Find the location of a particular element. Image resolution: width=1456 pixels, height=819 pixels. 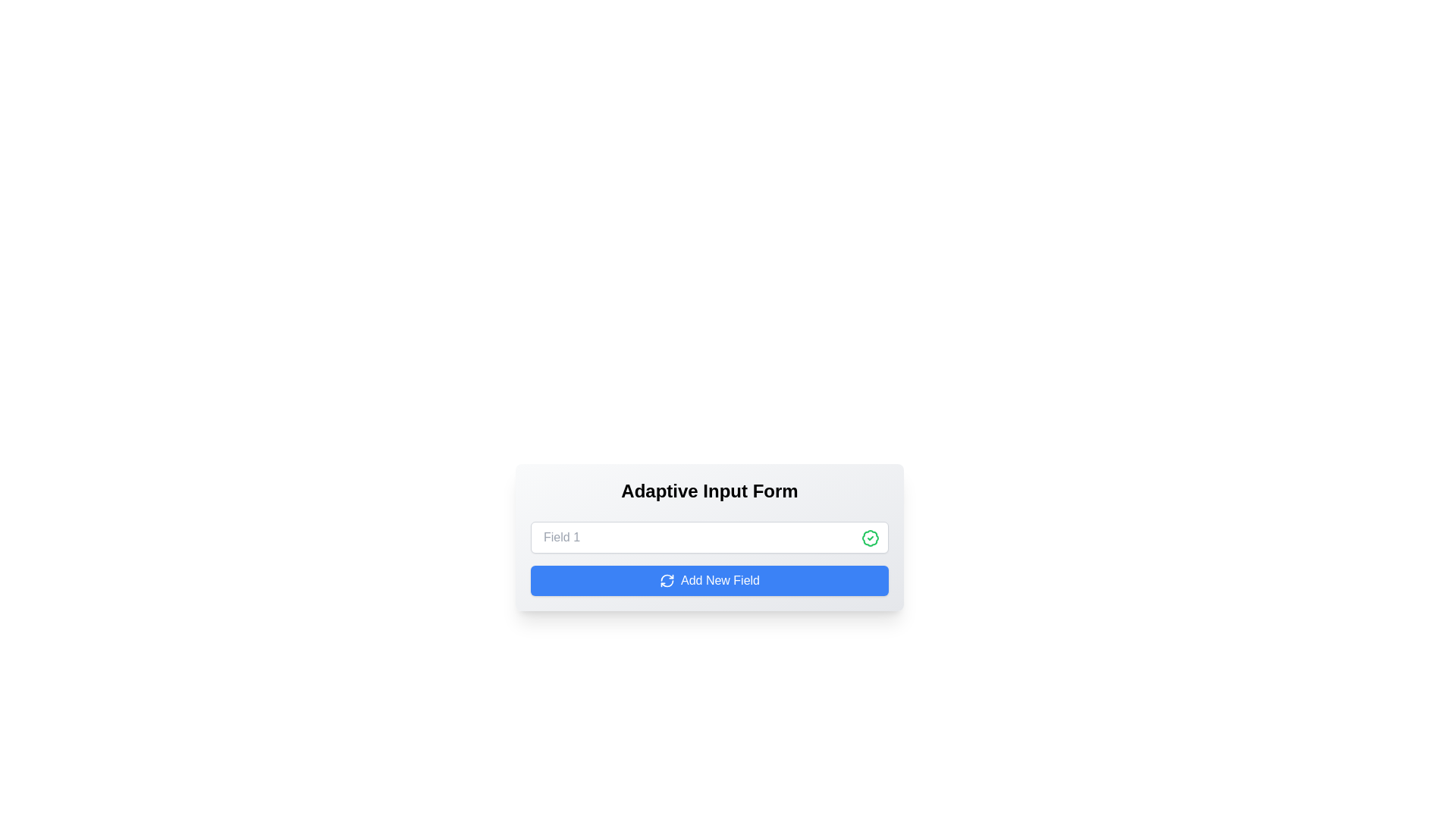

the decorative icon located within the blue button labeled 'Add New Field' at the bottom center of the interface is located at coordinates (667, 580).